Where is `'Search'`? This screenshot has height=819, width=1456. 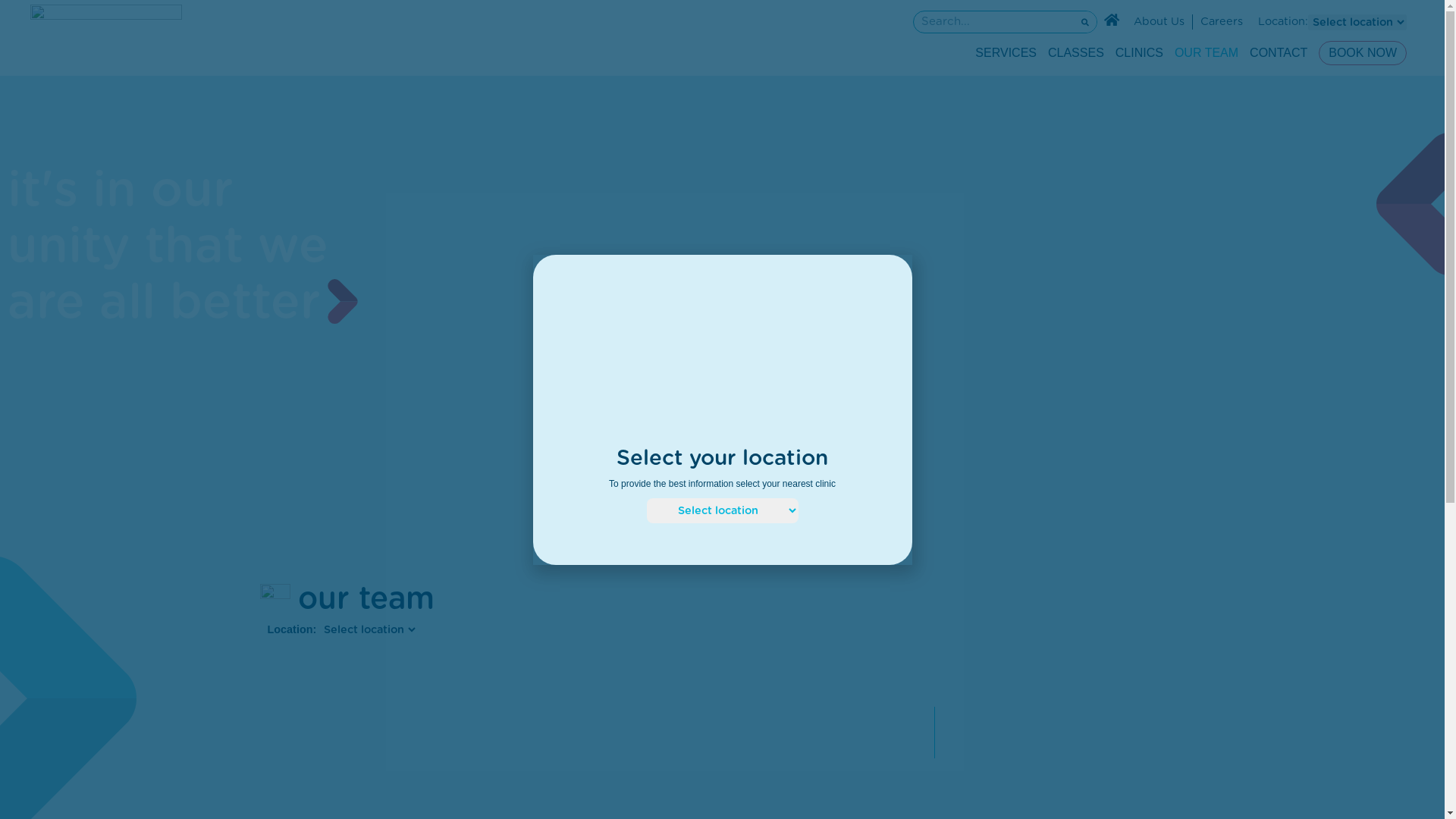 'Search' is located at coordinates (993, 22).